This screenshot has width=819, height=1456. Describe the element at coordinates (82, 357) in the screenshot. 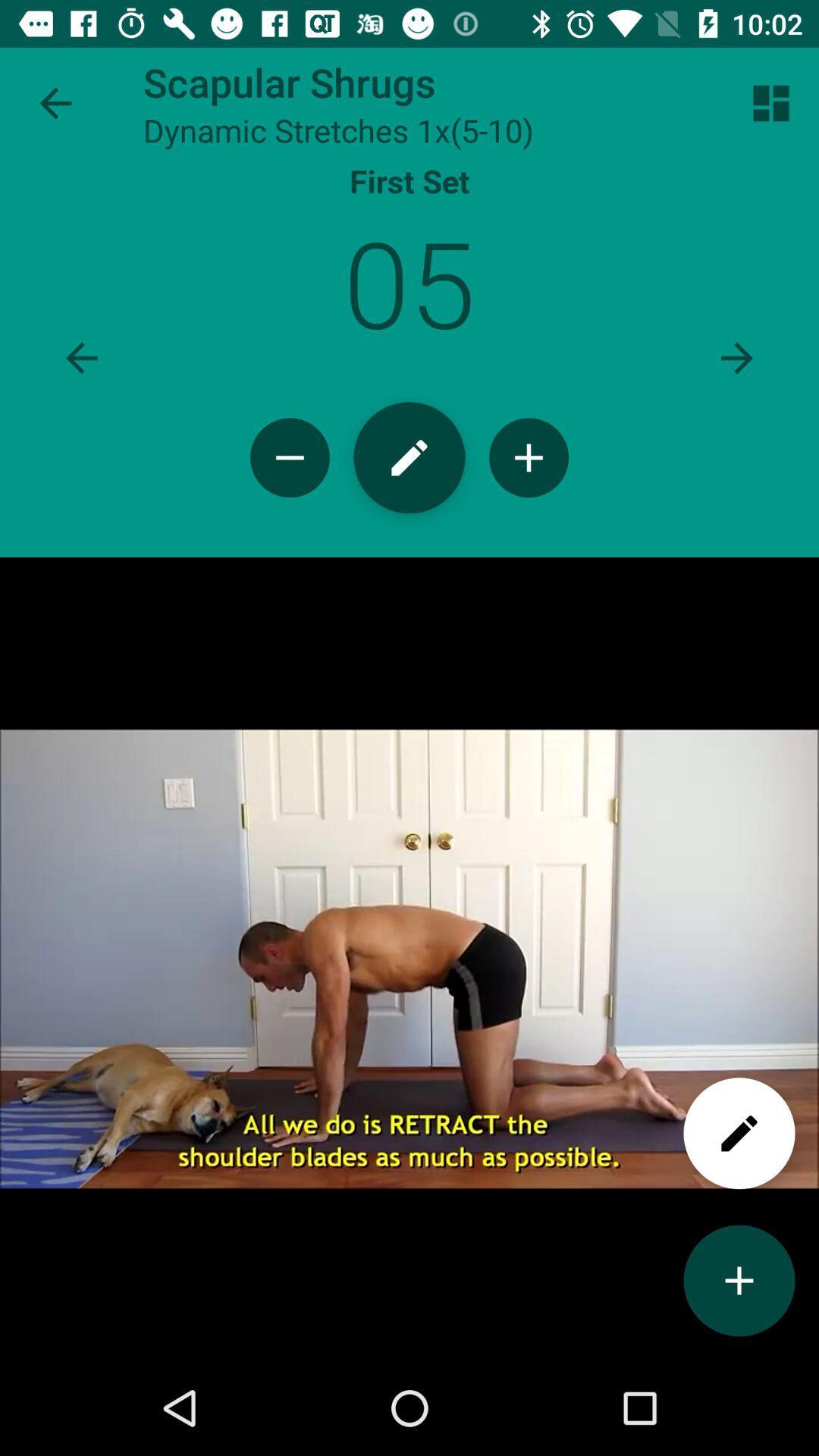

I see `previous` at that location.